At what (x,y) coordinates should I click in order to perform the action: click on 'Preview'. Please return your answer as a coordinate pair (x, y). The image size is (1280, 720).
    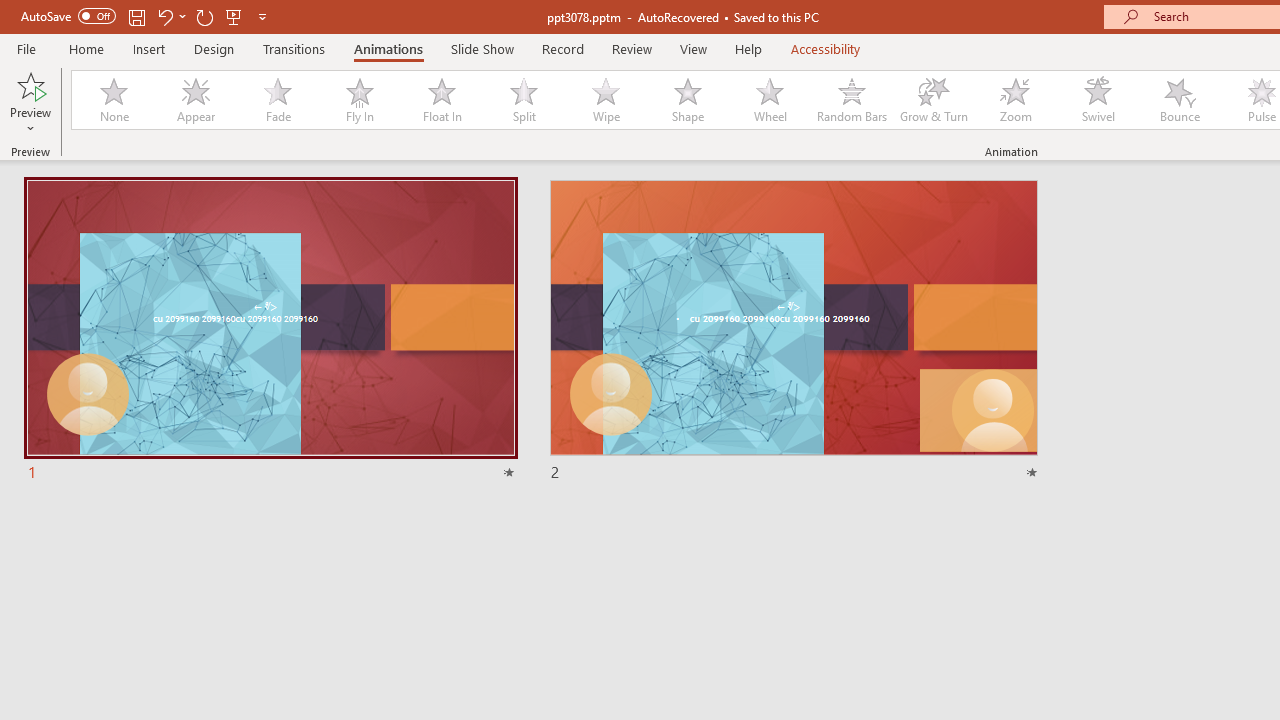
    Looking at the image, I should click on (30, 84).